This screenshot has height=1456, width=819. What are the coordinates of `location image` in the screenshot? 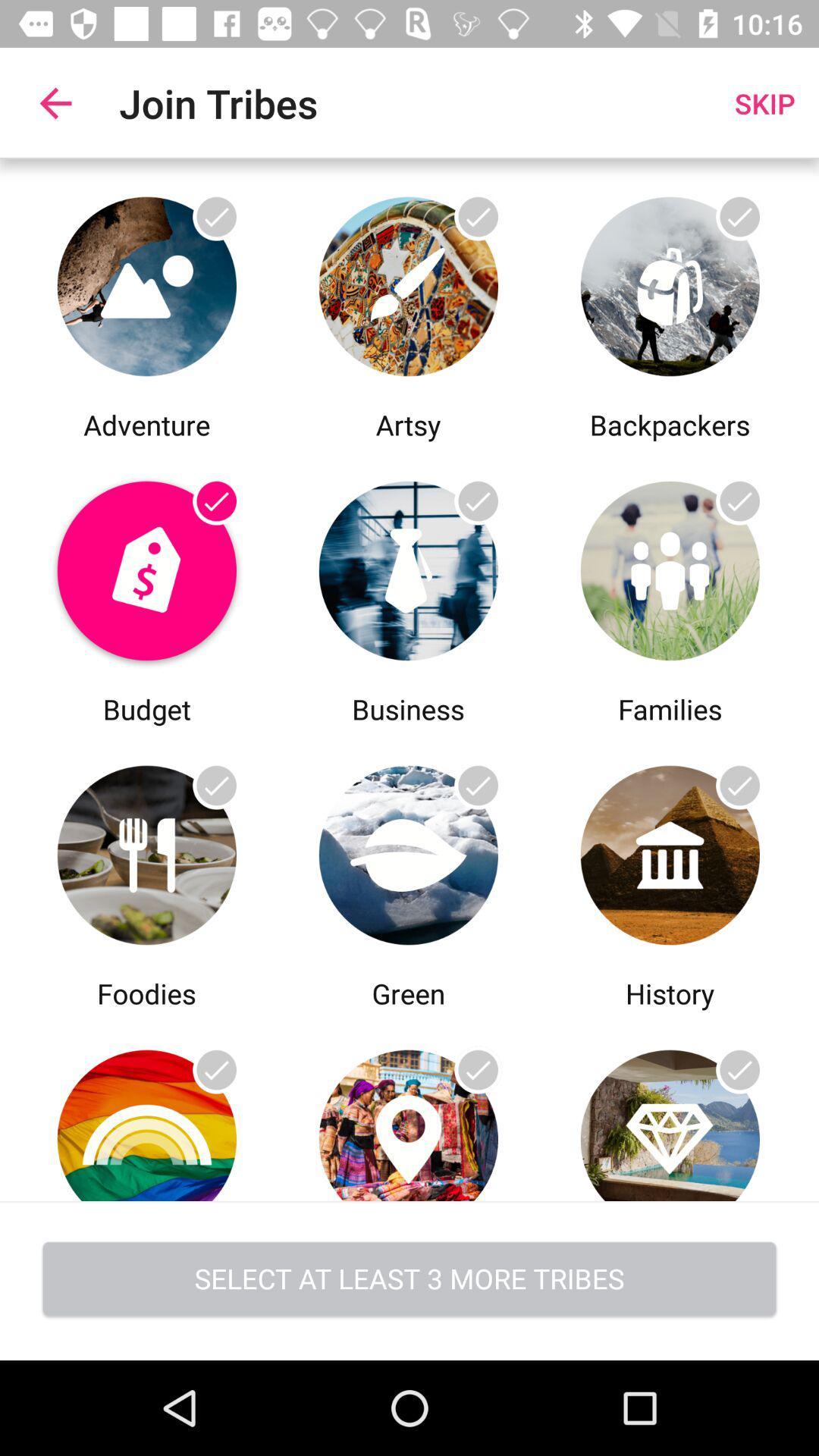 It's located at (407, 1106).